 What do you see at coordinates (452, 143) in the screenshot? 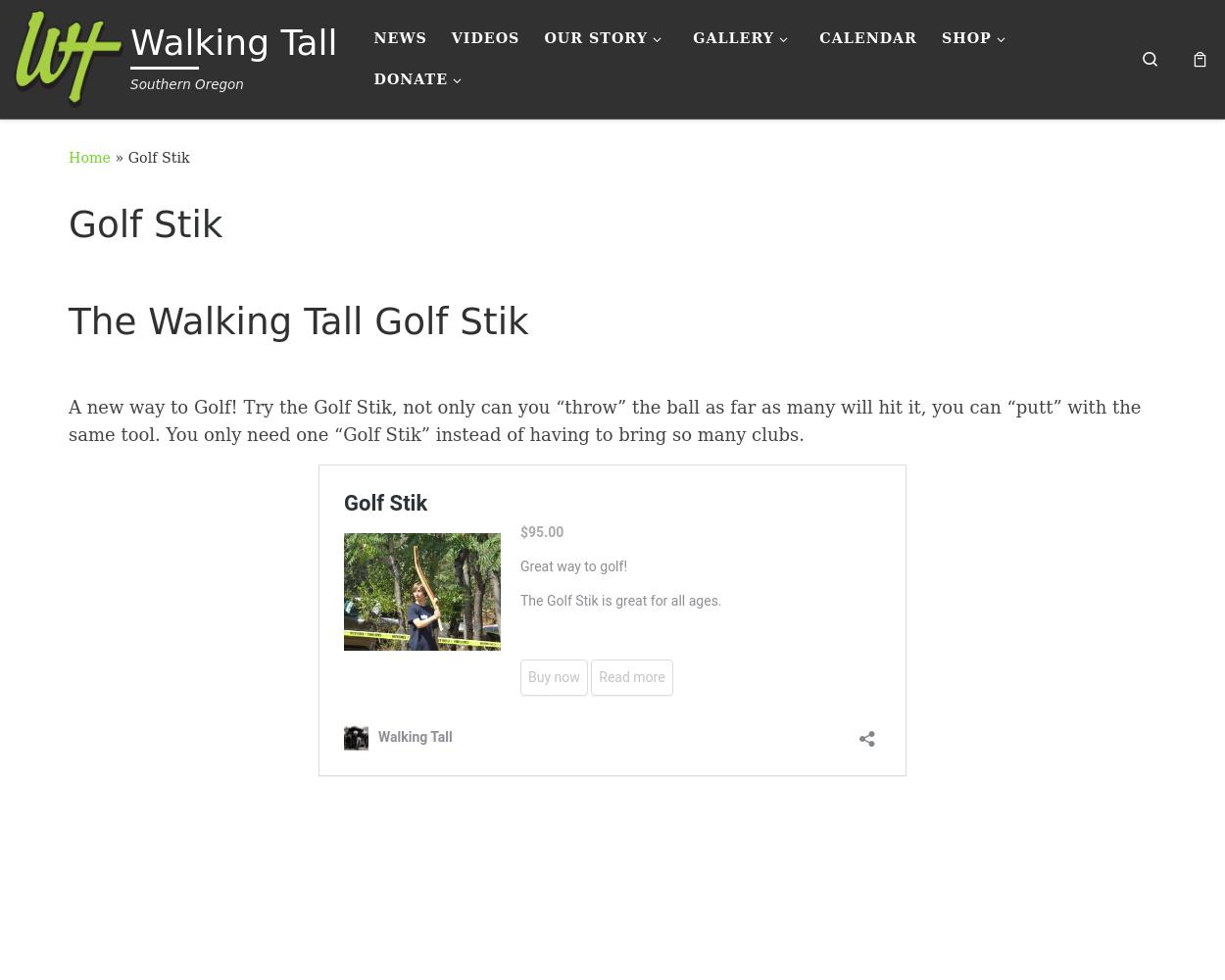
I see `'Fundraiser'` at bounding box center [452, 143].